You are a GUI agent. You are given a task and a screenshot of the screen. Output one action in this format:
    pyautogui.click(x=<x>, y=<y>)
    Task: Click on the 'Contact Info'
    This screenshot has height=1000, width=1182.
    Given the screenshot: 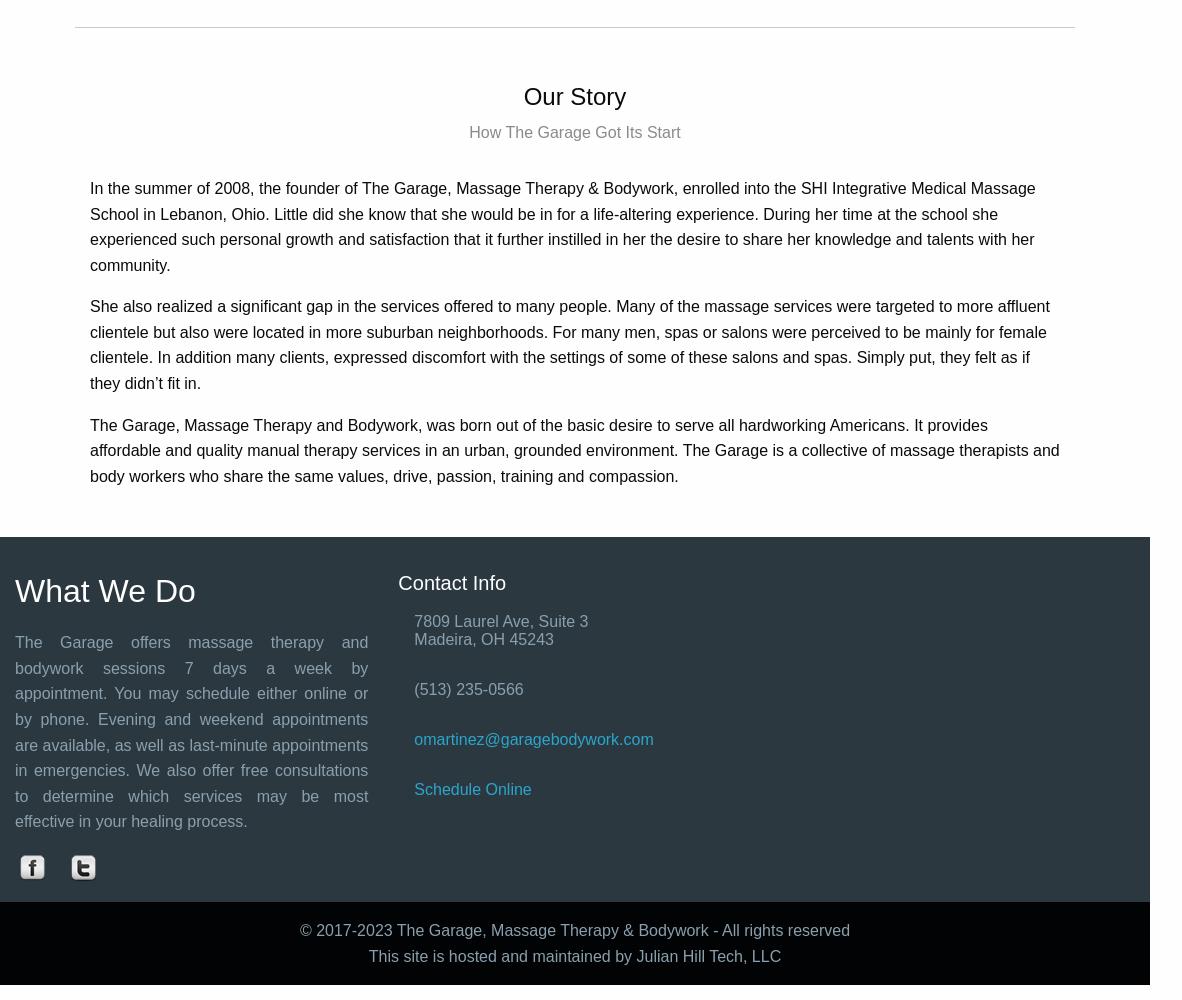 What is the action you would take?
    pyautogui.click(x=396, y=582)
    